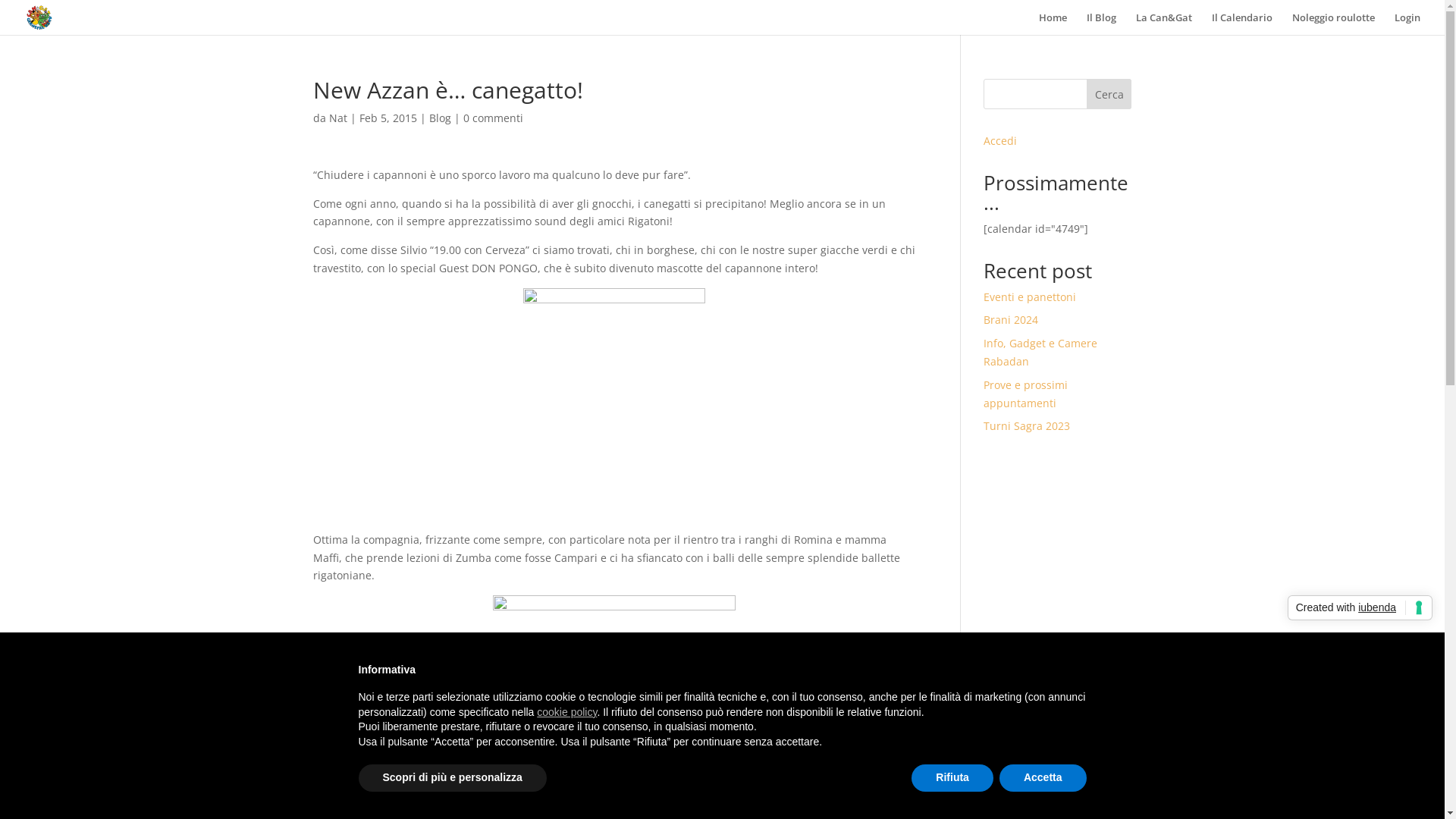 This screenshot has height=819, width=1456. I want to click on 'Il Calendario', so click(1241, 23).